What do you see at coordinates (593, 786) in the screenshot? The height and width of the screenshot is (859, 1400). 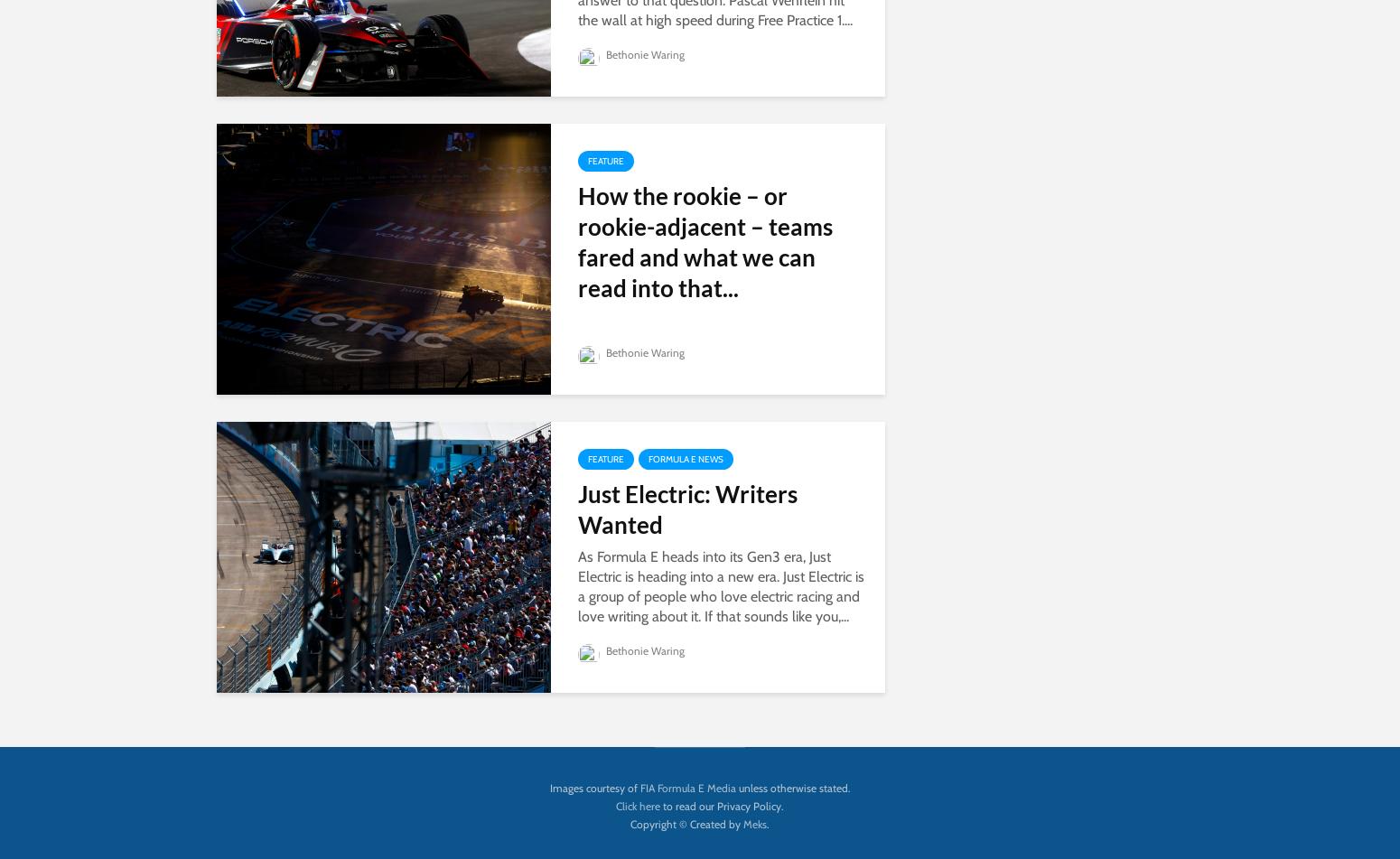 I see `'Images courtesy of'` at bounding box center [593, 786].